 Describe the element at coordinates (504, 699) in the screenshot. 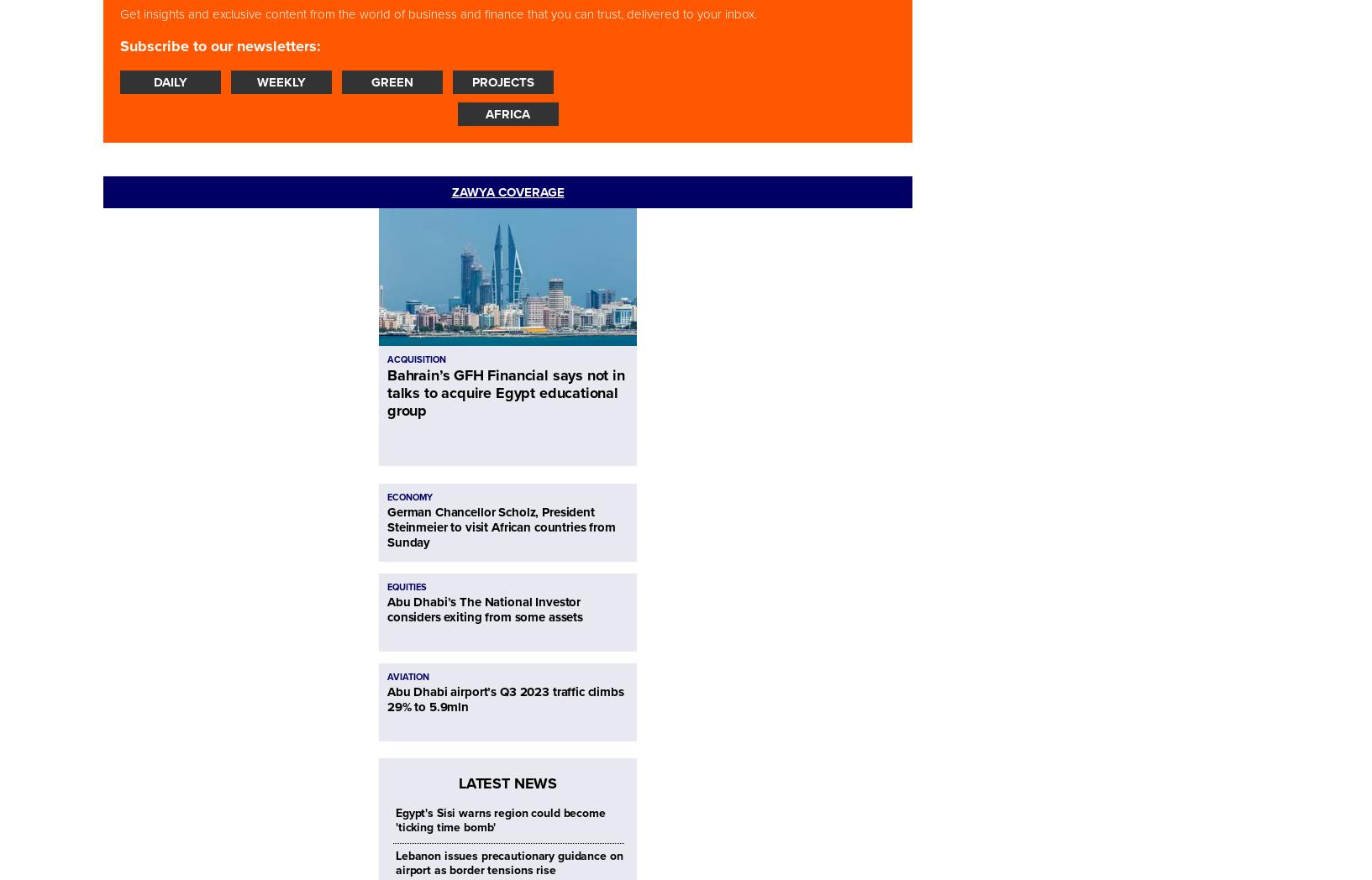

I see `'Abu Dhabi airport’s Q3 2023 traffic climbs 29% to 5.9mln'` at that location.